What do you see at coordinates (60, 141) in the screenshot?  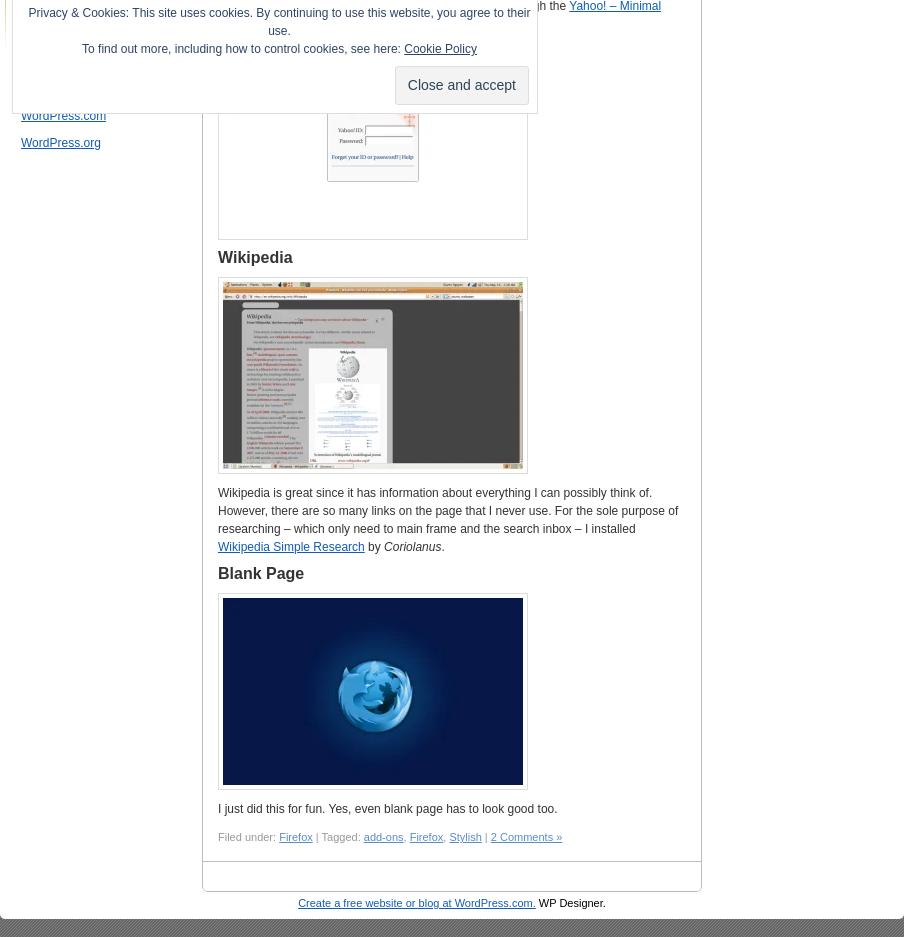 I see `'WordPress.org'` at bounding box center [60, 141].